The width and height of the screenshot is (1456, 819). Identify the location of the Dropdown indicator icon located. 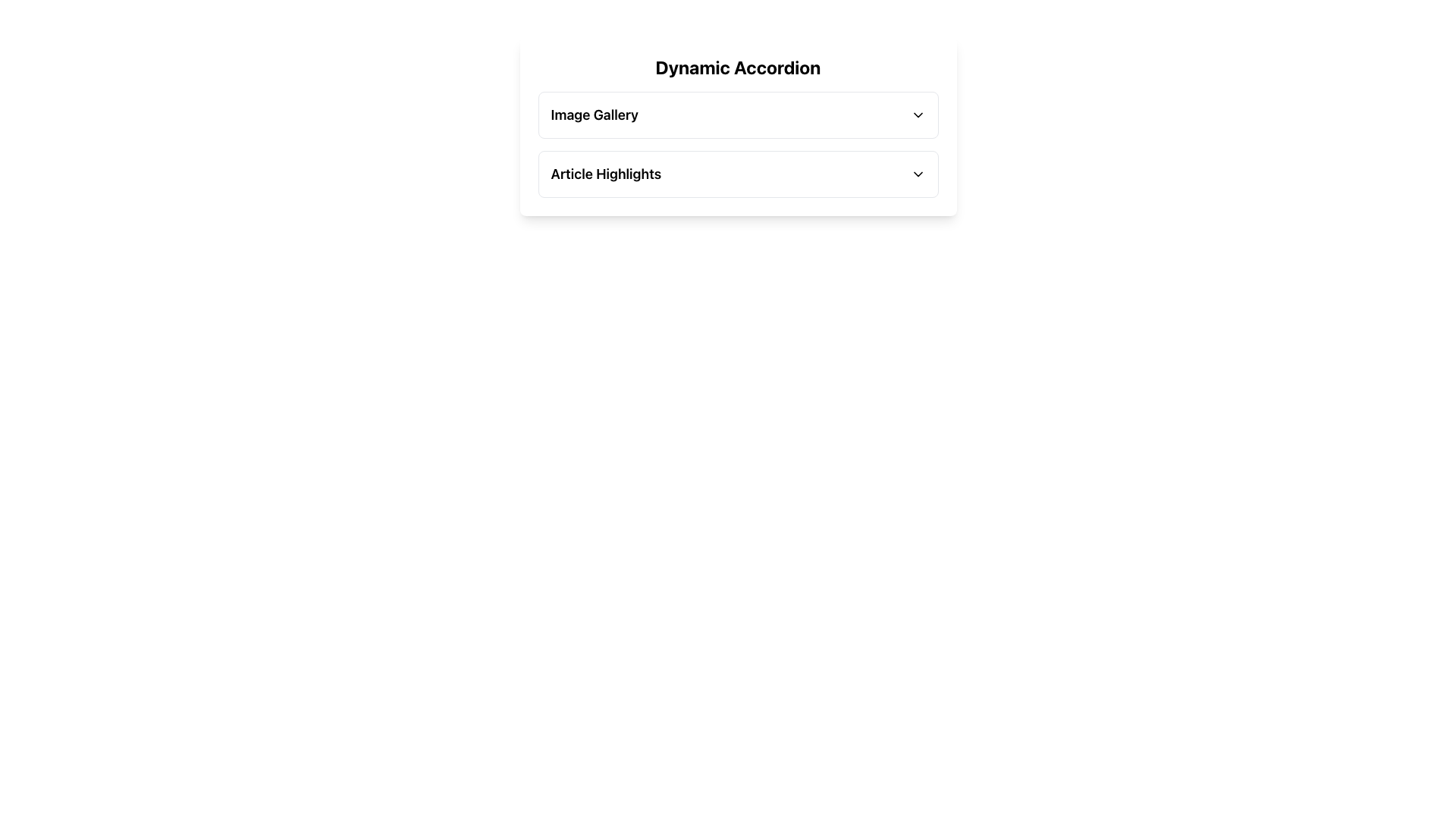
(917, 174).